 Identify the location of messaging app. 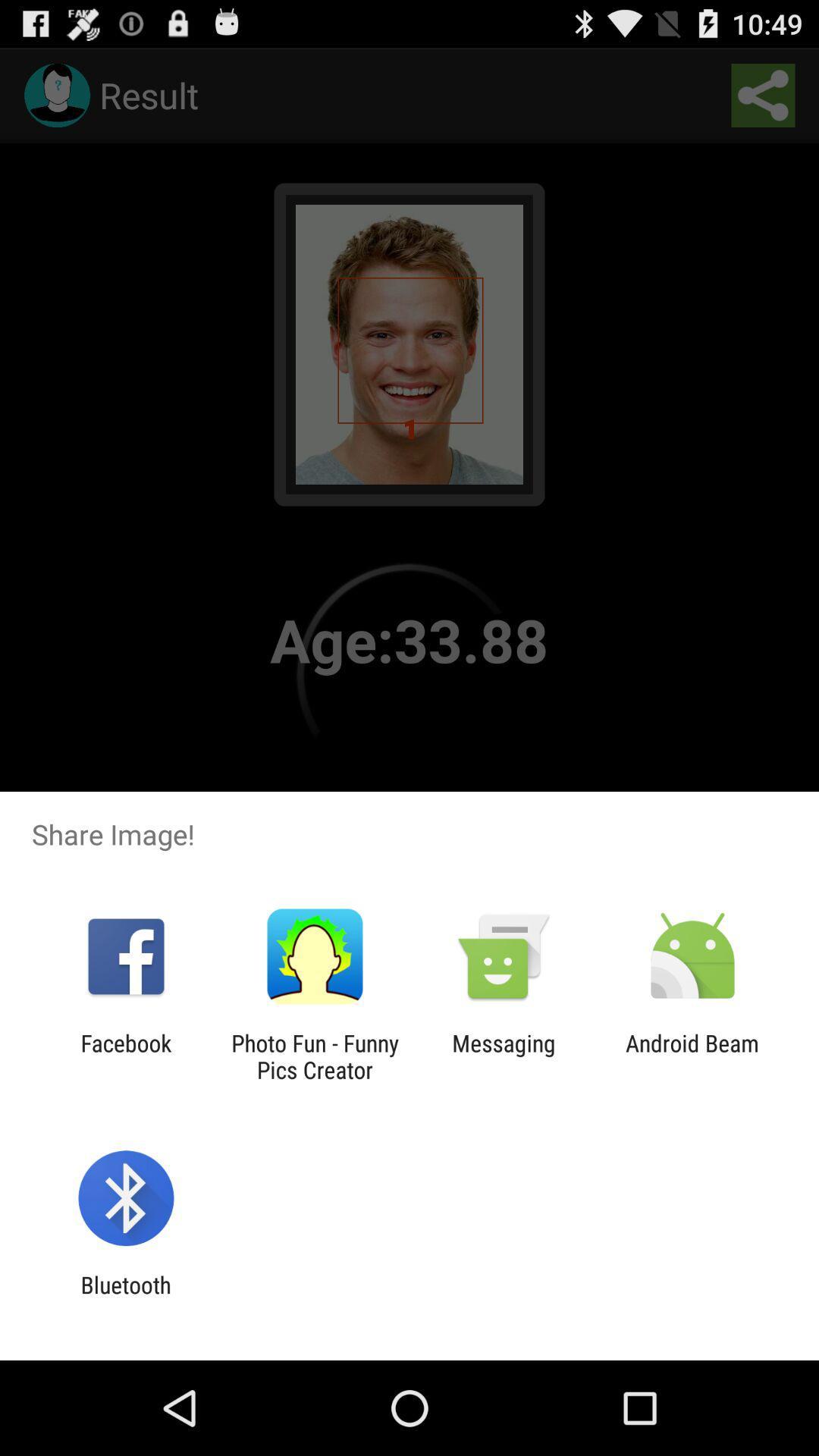
(504, 1056).